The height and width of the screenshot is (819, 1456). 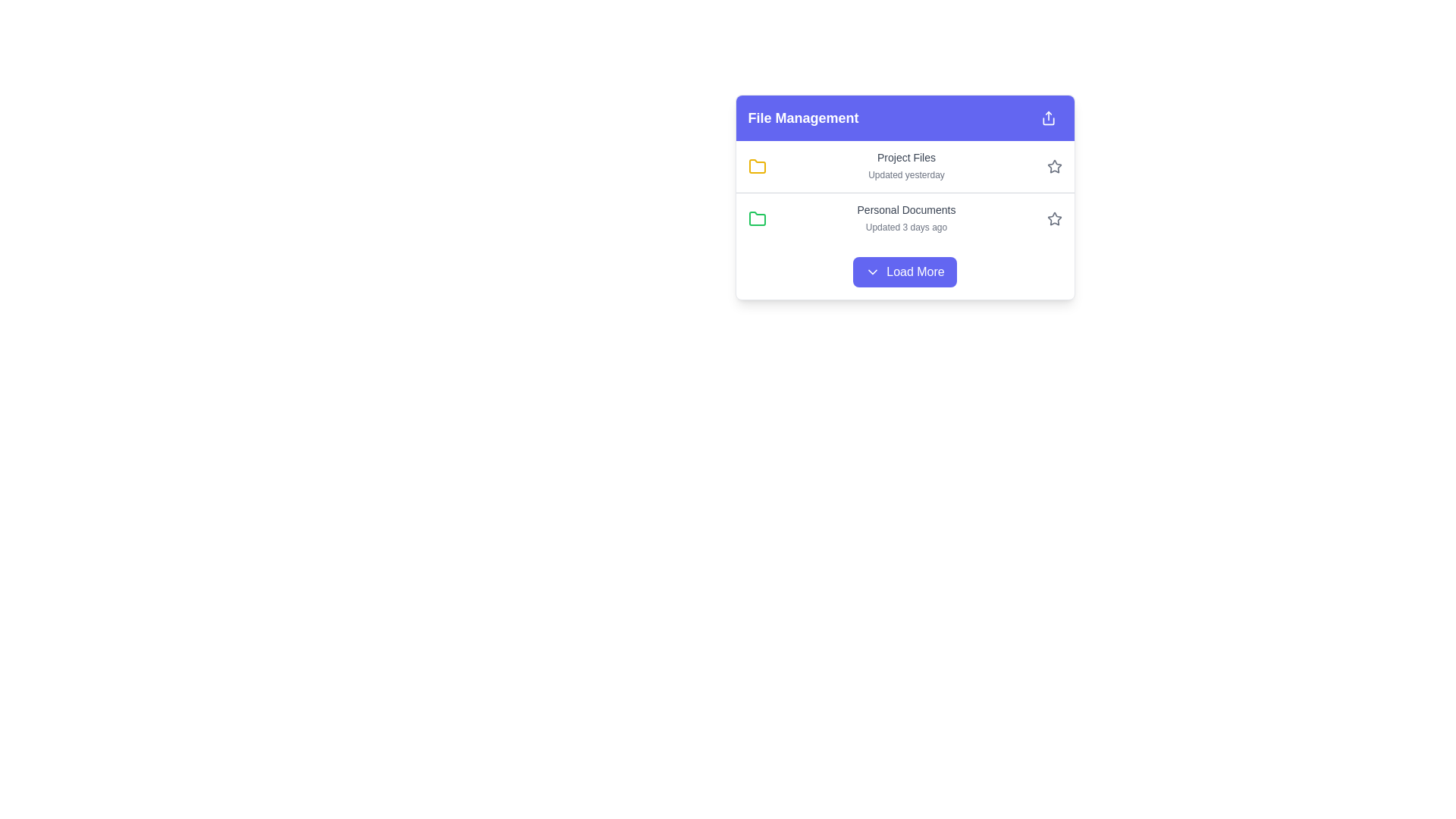 What do you see at coordinates (906, 166) in the screenshot?
I see `the text block that displays the name and last update information of a specific file or folder, which is located adjacent to a yellow folder icon on its left and a star icon on its right, representing the first file entry` at bounding box center [906, 166].